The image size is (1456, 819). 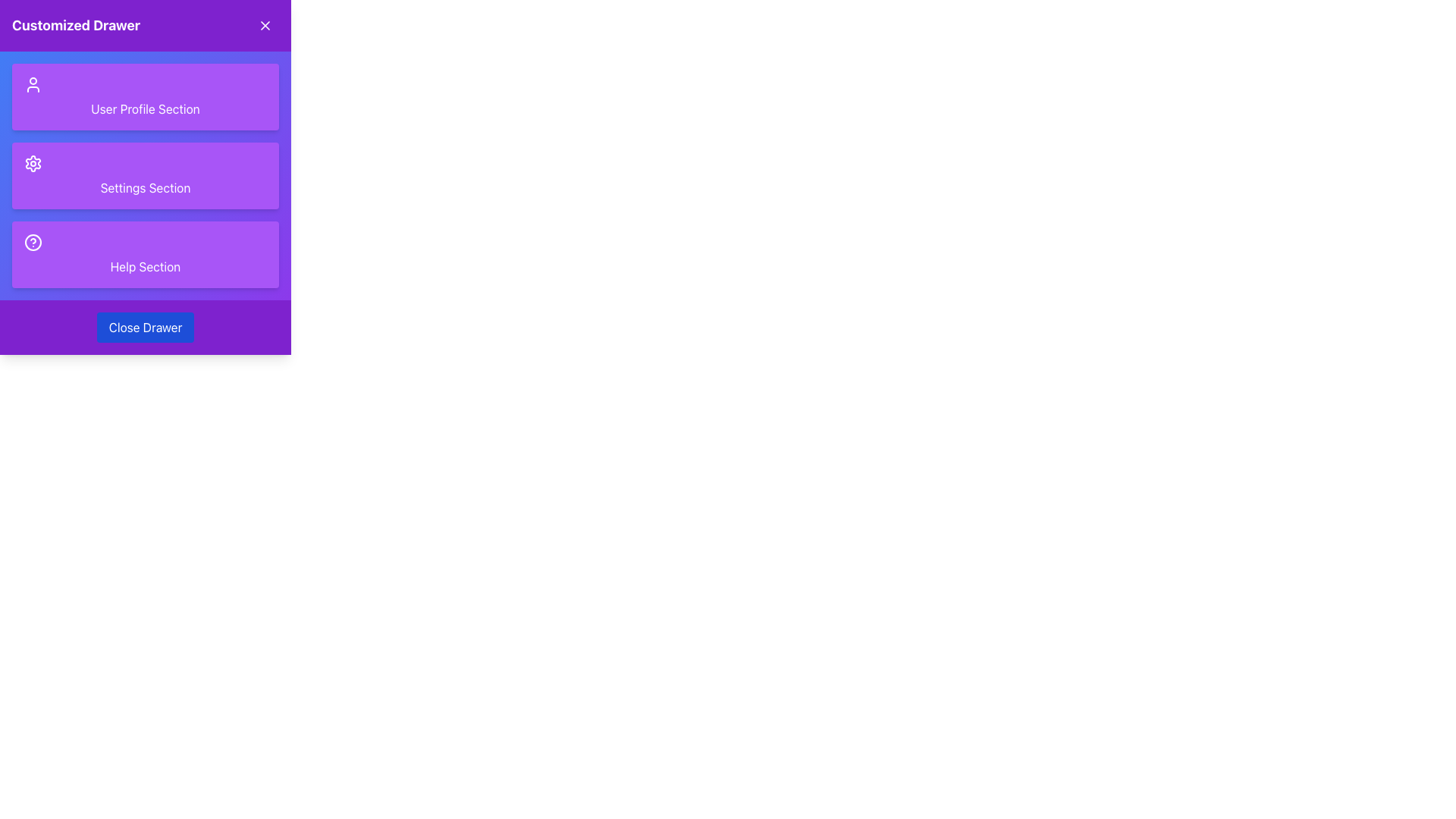 I want to click on the distinct 'Help Section' icon located to the left of the text 'Help Section' in the interface, so click(x=33, y=242).